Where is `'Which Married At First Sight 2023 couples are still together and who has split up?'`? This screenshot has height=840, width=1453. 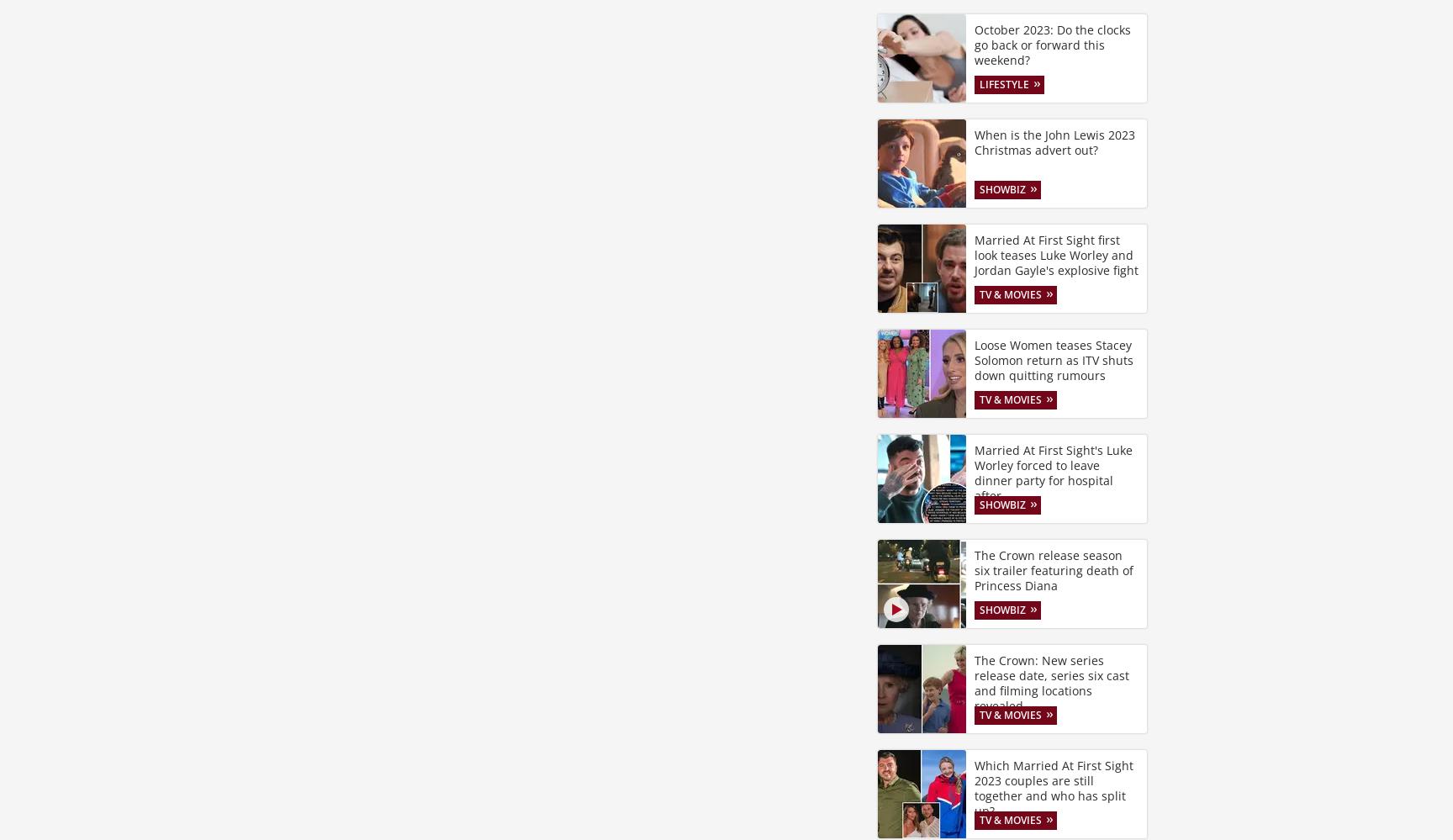
'Which Married At First Sight 2023 couples are still together and who has split up?' is located at coordinates (974, 787).